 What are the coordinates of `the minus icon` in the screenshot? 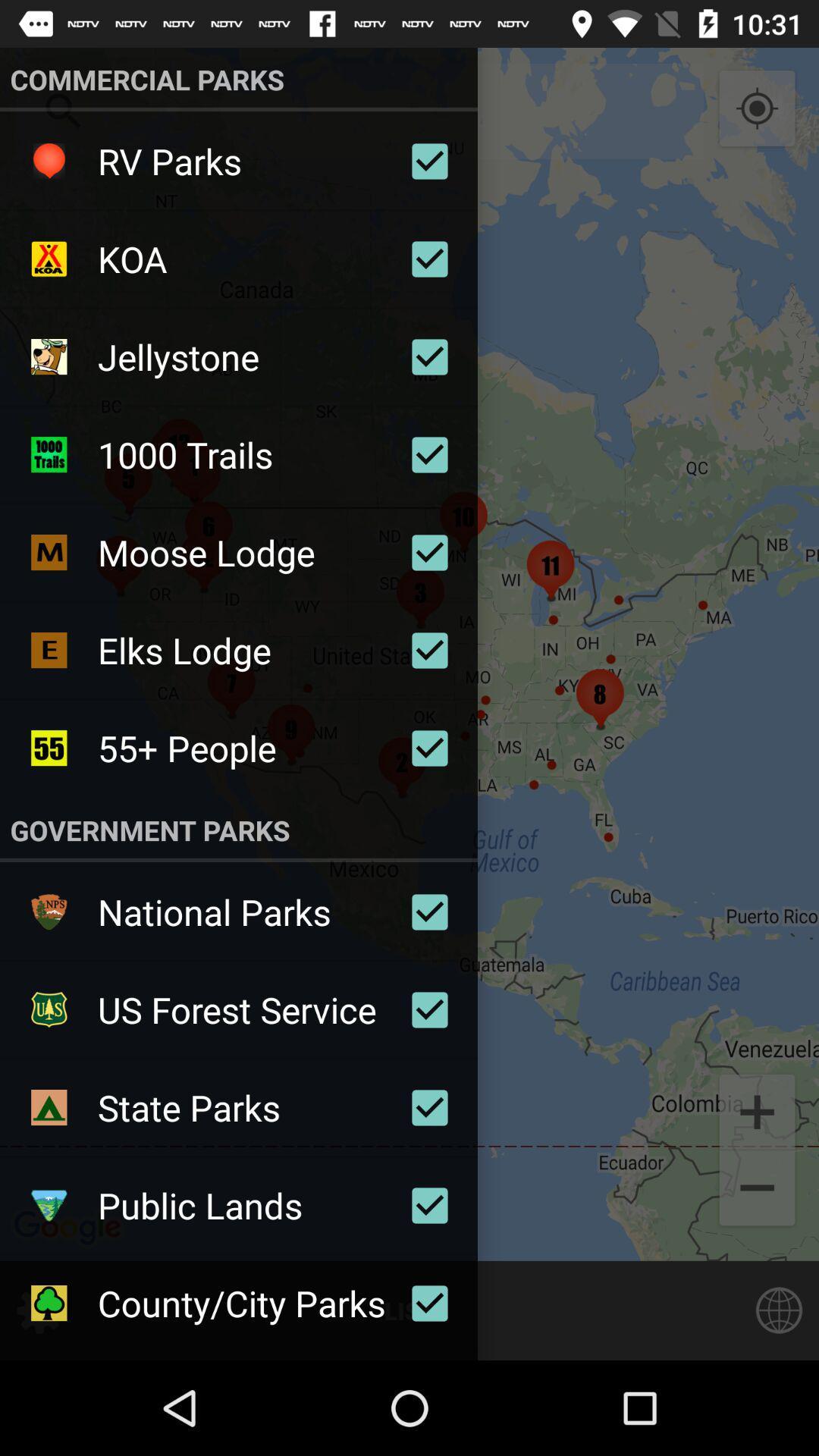 It's located at (757, 1189).